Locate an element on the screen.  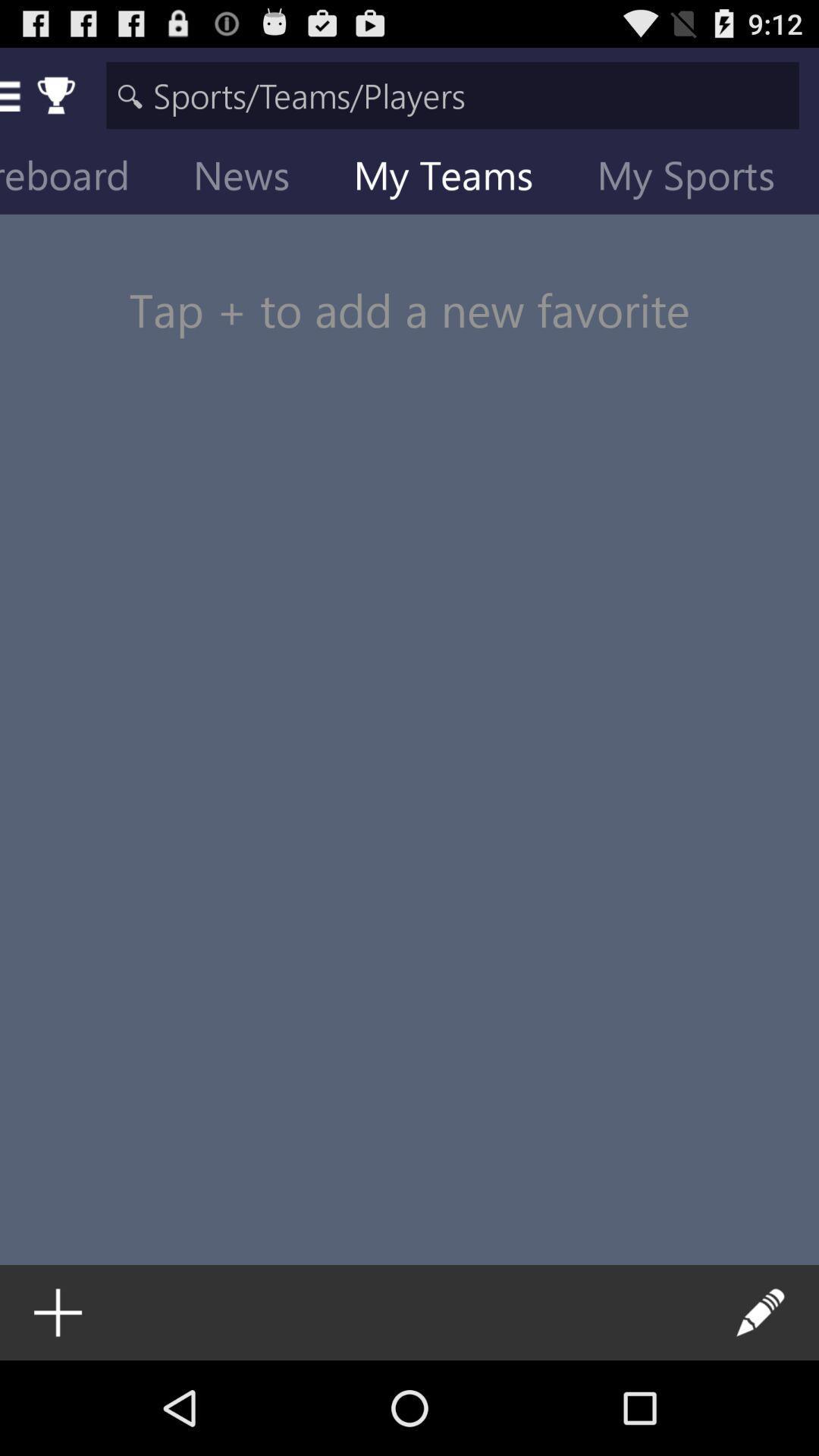
my teams item is located at coordinates (454, 178).